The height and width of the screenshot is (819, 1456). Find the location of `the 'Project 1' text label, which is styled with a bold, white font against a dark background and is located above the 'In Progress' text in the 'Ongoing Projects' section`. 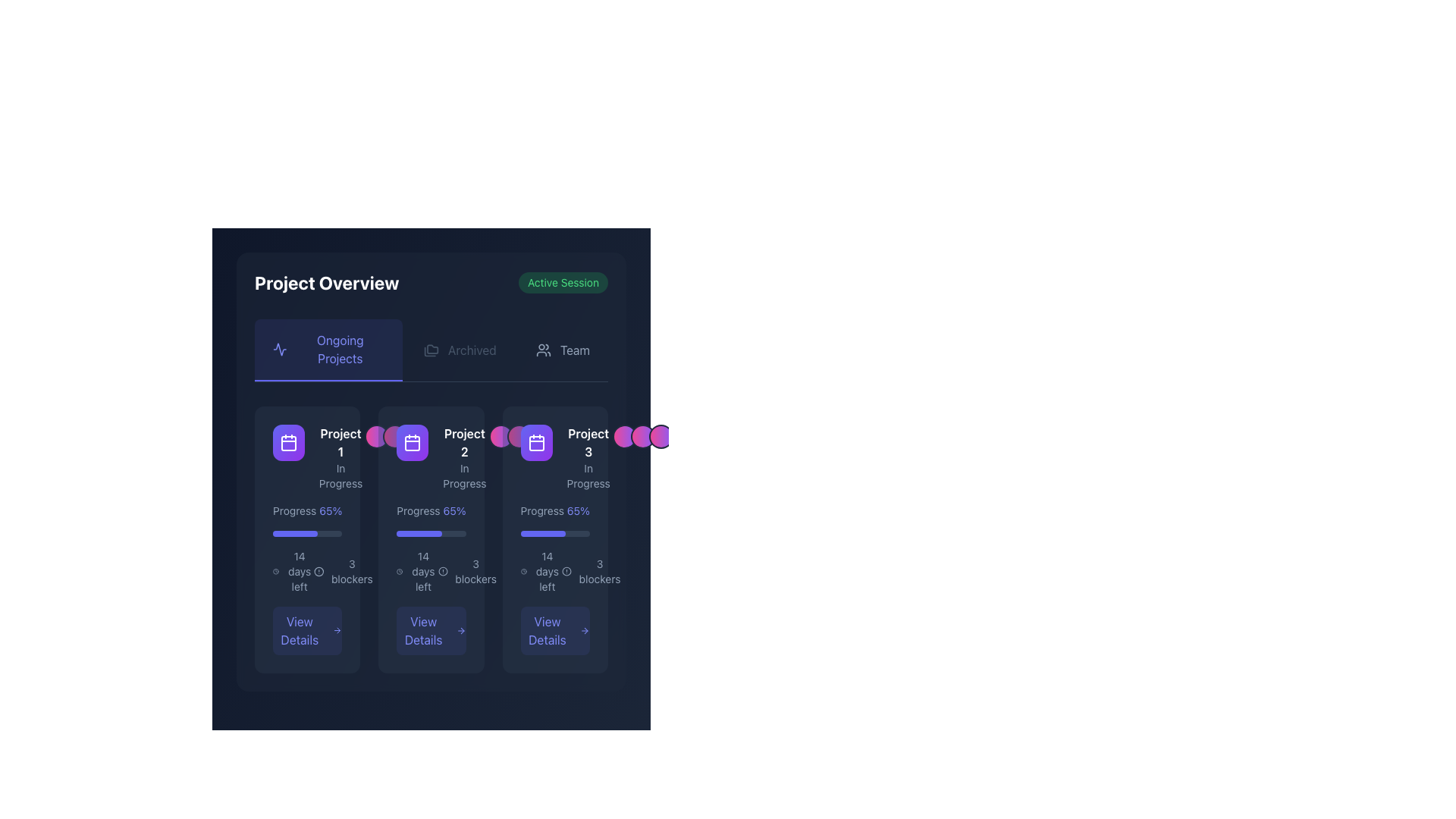

the 'Project 1' text label, which is styled with a bold, white font against a dark background and is located above the 'In Progress' text in the 'Ongoing Projects' section is located at coordinates (340, 442).